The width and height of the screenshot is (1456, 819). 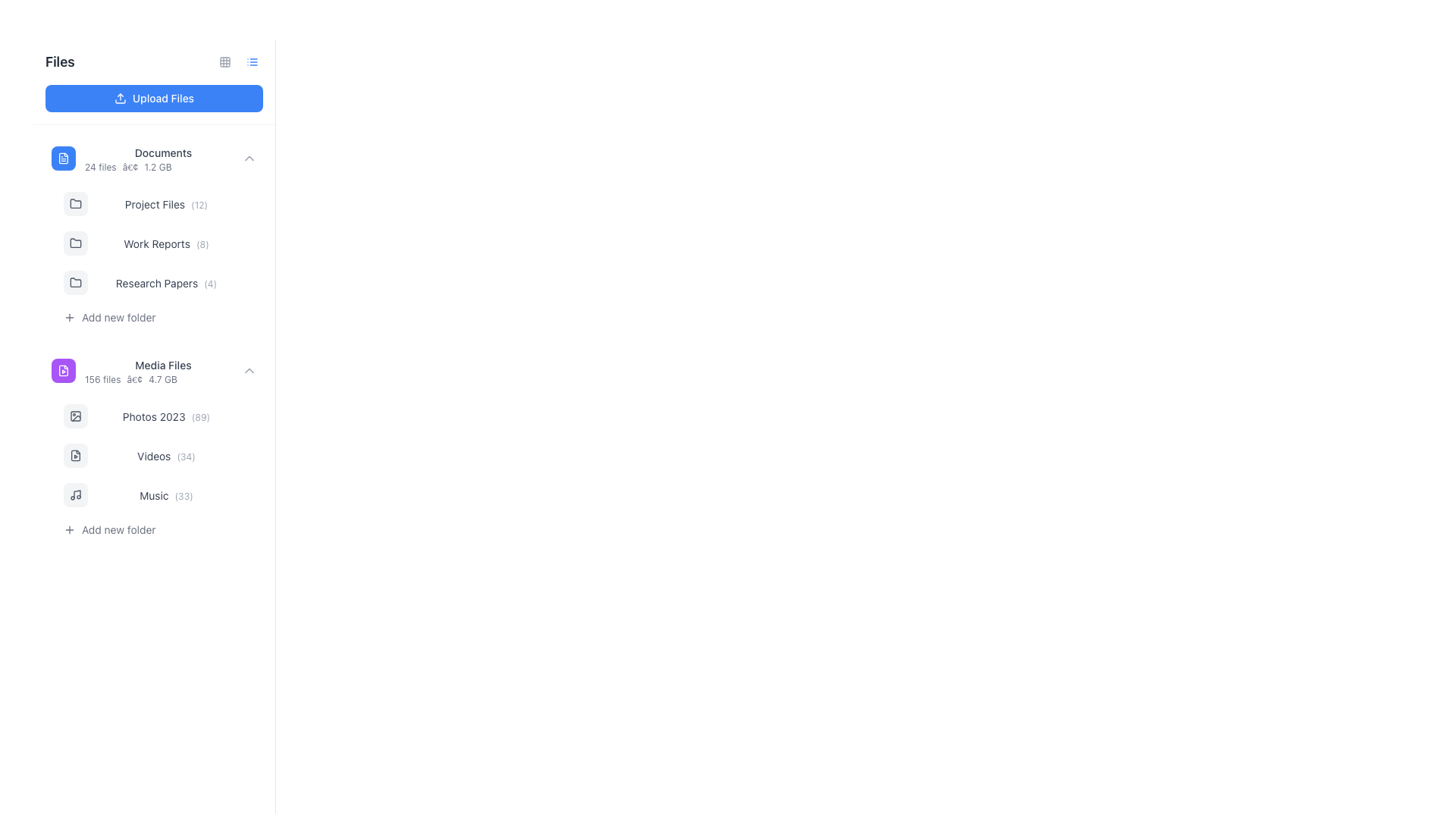 What do you see at coordinates (160, 494) in the screenshot?
I see `the 'Music' folder entry in the navigation panel` at bounding box center [160, 494].